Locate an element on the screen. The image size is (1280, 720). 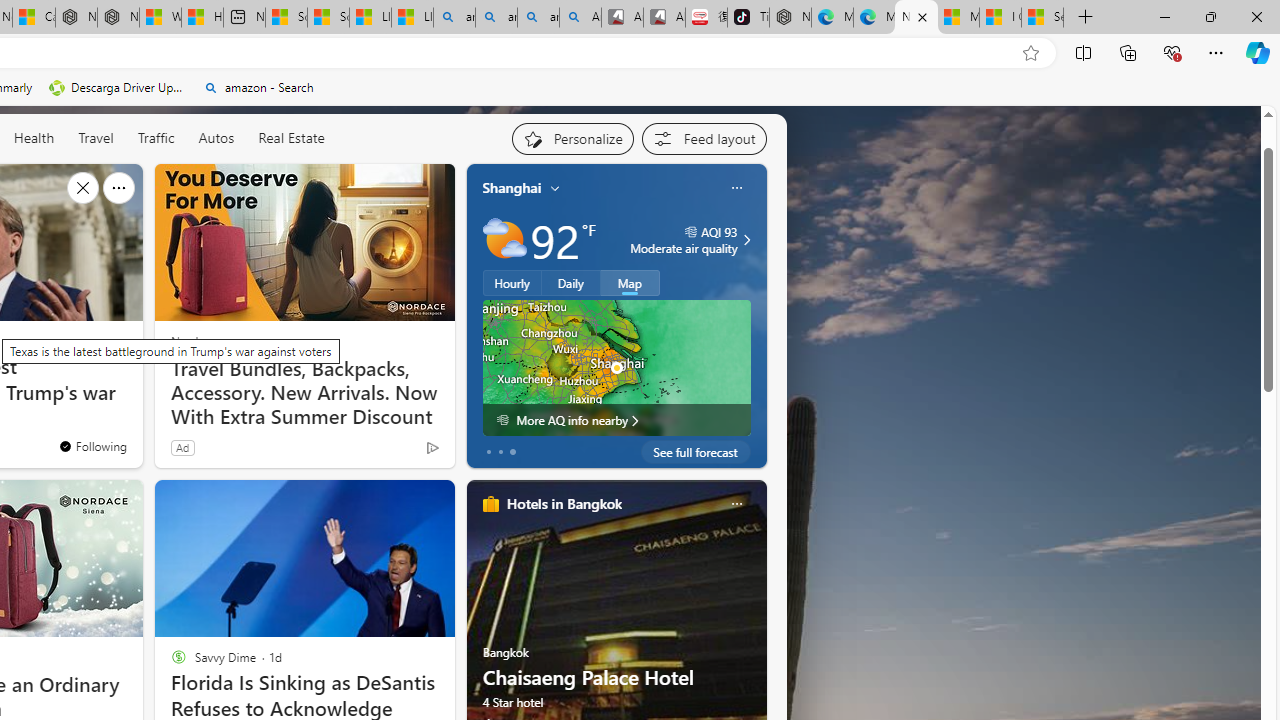
'Traffic' is located at coordinates (154, 136).